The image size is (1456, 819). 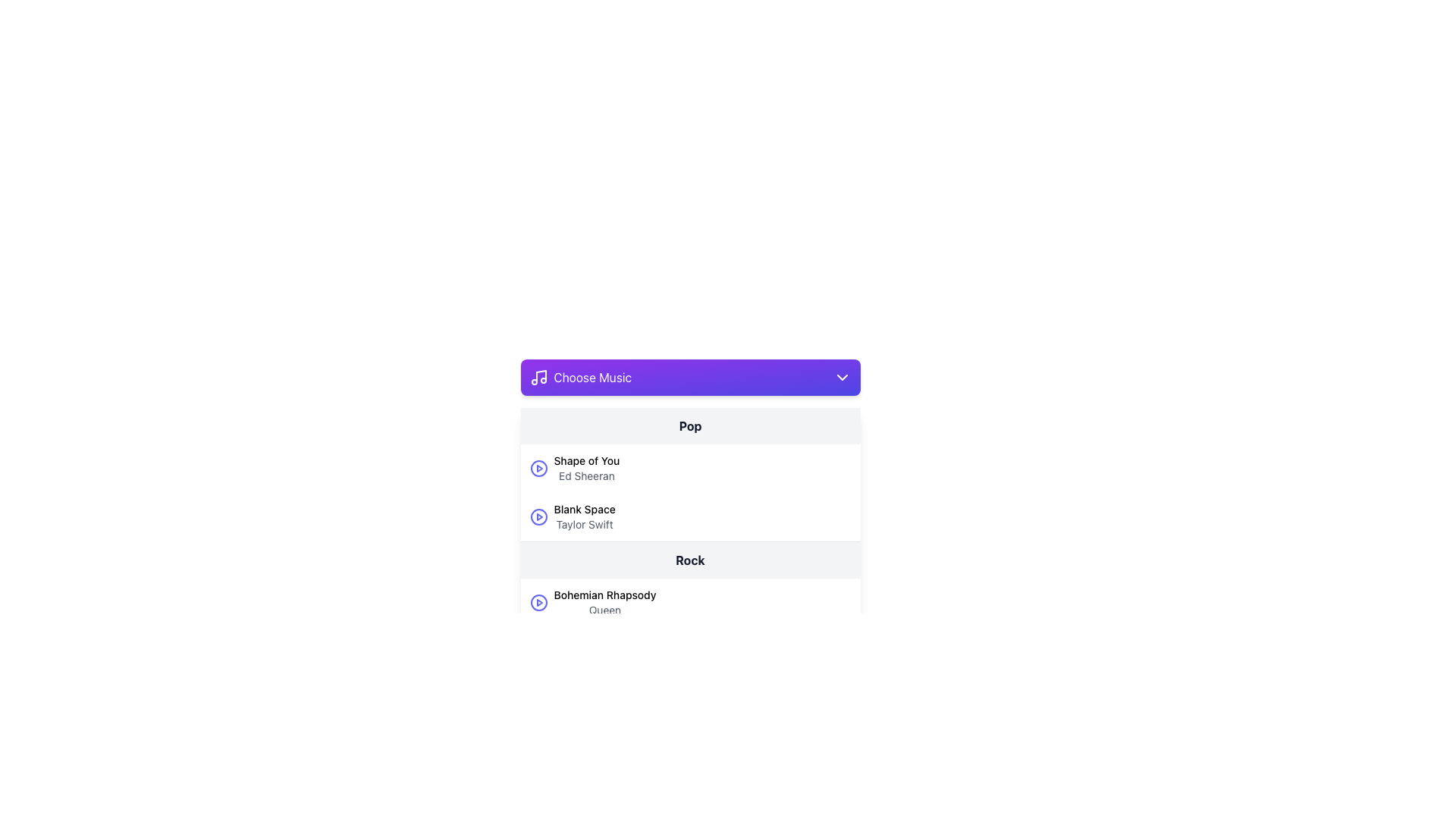 I want to click on the 'Blank Space' text label by Taylor Swift, which is located in the second row under the 'Pop' section of the song list, so click(x=584, y=516).